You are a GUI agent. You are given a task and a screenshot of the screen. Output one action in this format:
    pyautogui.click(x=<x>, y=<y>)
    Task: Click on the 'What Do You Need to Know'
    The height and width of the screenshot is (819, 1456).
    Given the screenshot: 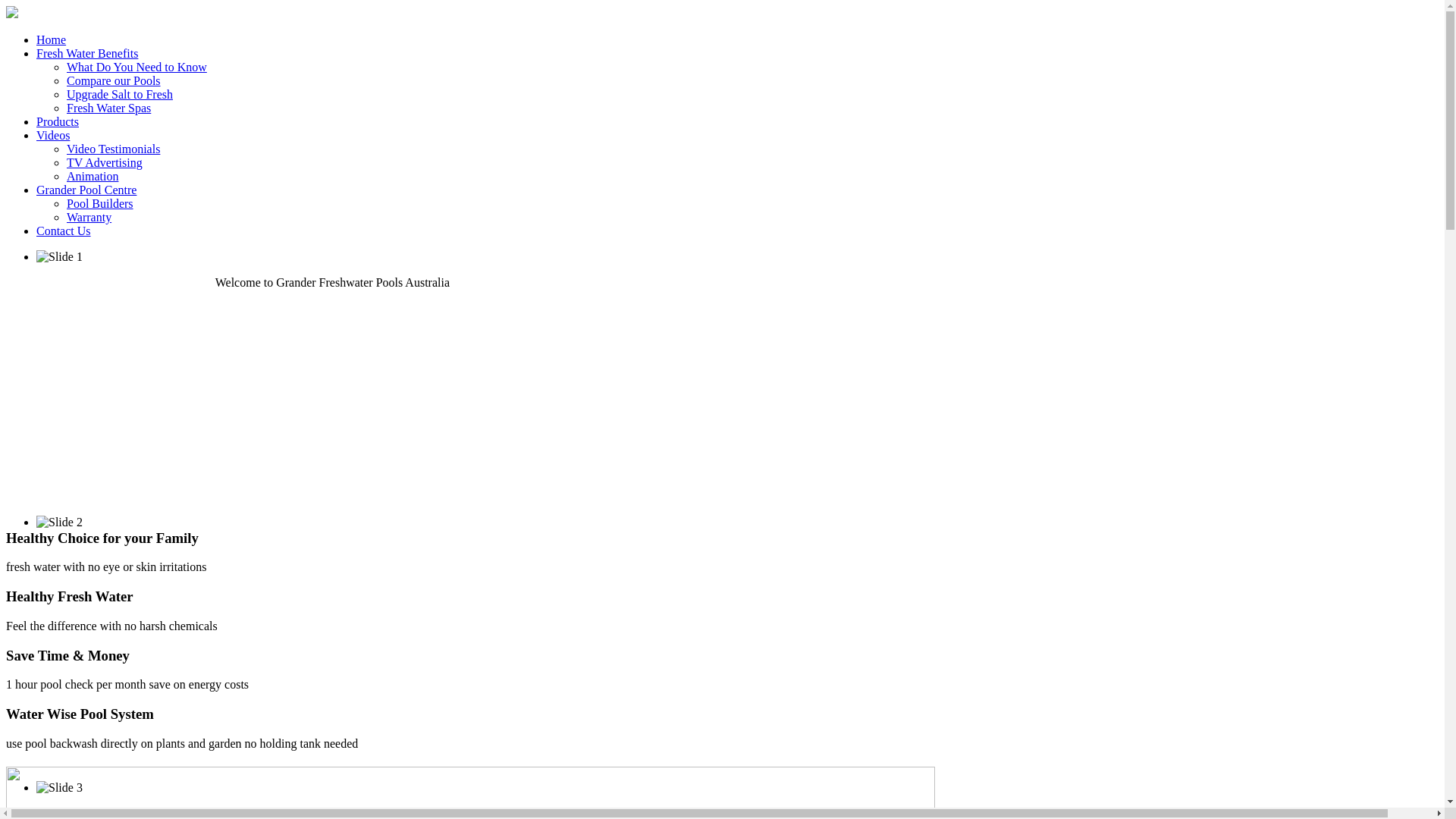 What is the action you would take?
    pyautogui.click(x=136, y=66)
    